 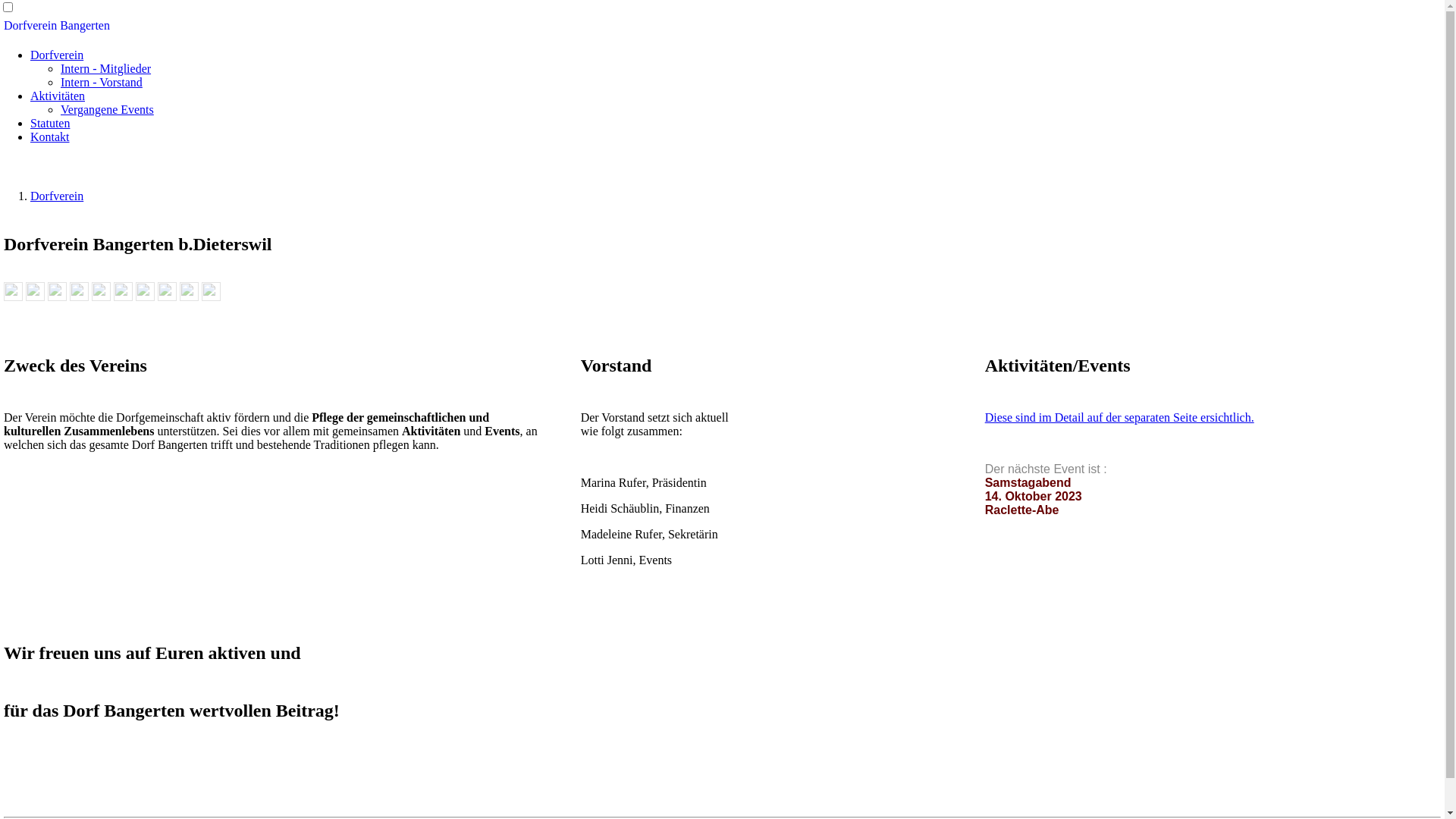 I want to click on 'Intern - Vorstand', so click(x=101, y=82).